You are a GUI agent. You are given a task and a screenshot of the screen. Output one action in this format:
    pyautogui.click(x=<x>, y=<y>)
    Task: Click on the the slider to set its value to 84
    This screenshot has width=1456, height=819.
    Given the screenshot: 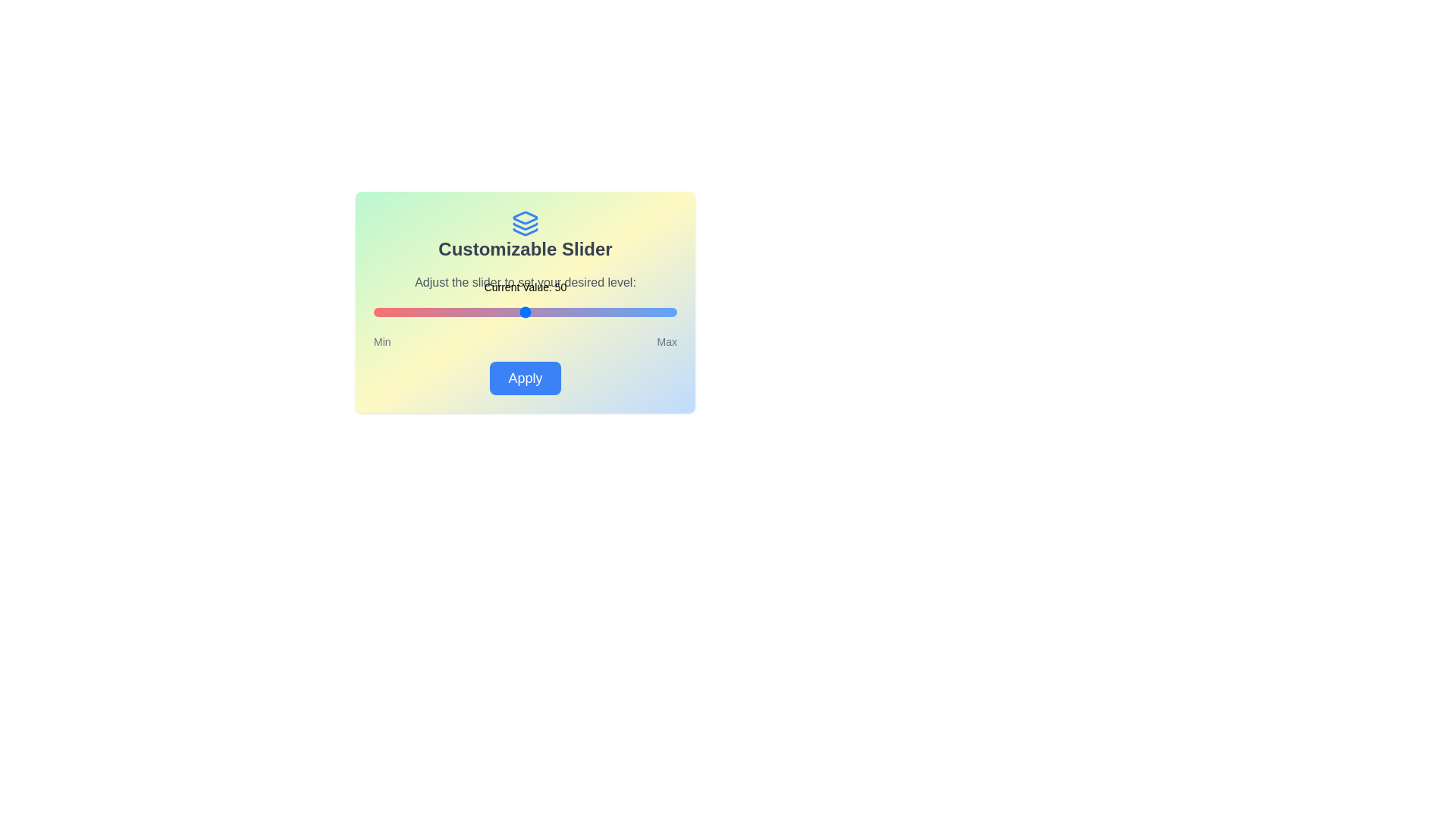 What is the action you would take?
    pyautogui.click(x=629, y=312)
    